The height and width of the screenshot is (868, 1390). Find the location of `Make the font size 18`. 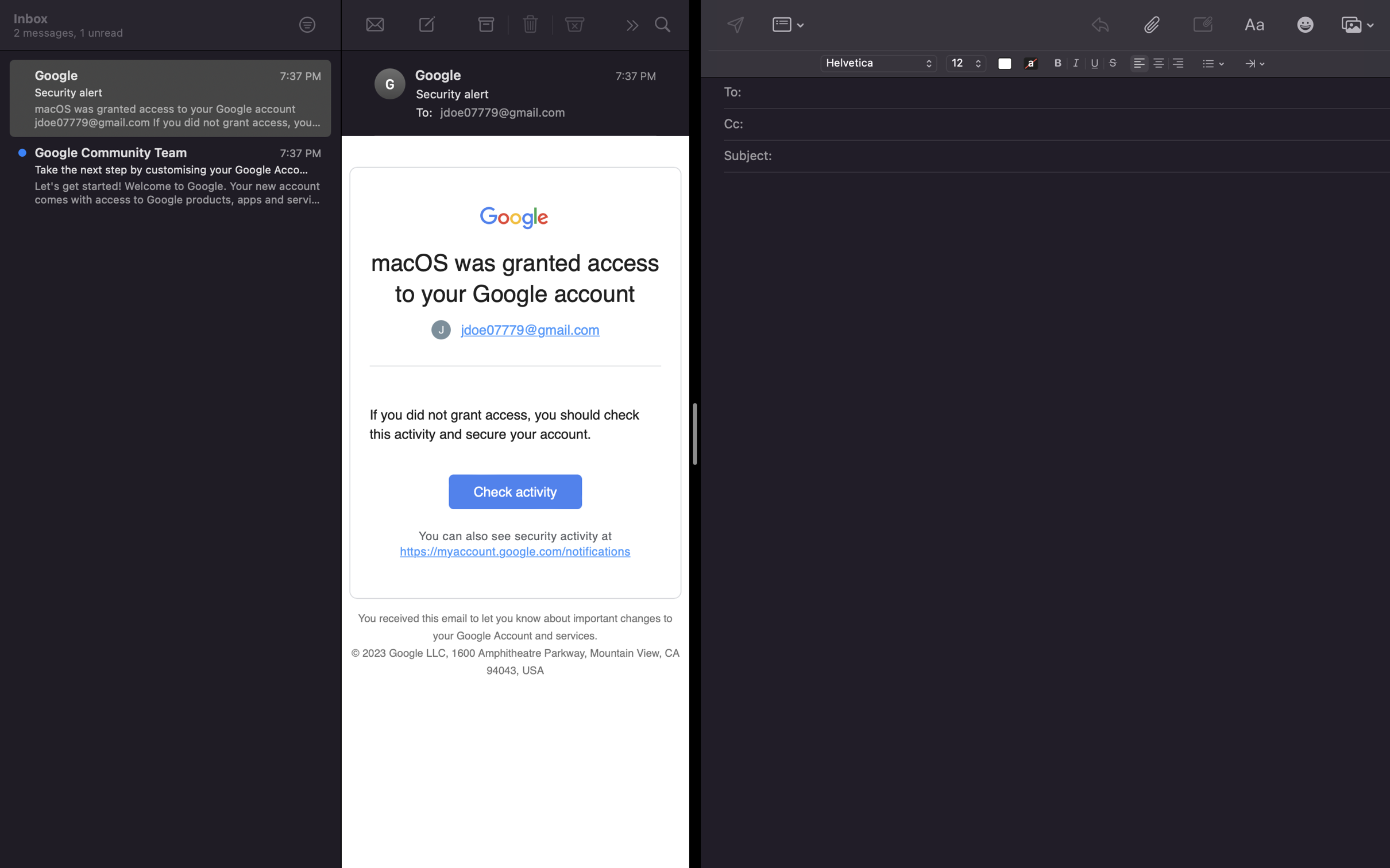

Make the font size 18 is located at coordinates (966, 64).